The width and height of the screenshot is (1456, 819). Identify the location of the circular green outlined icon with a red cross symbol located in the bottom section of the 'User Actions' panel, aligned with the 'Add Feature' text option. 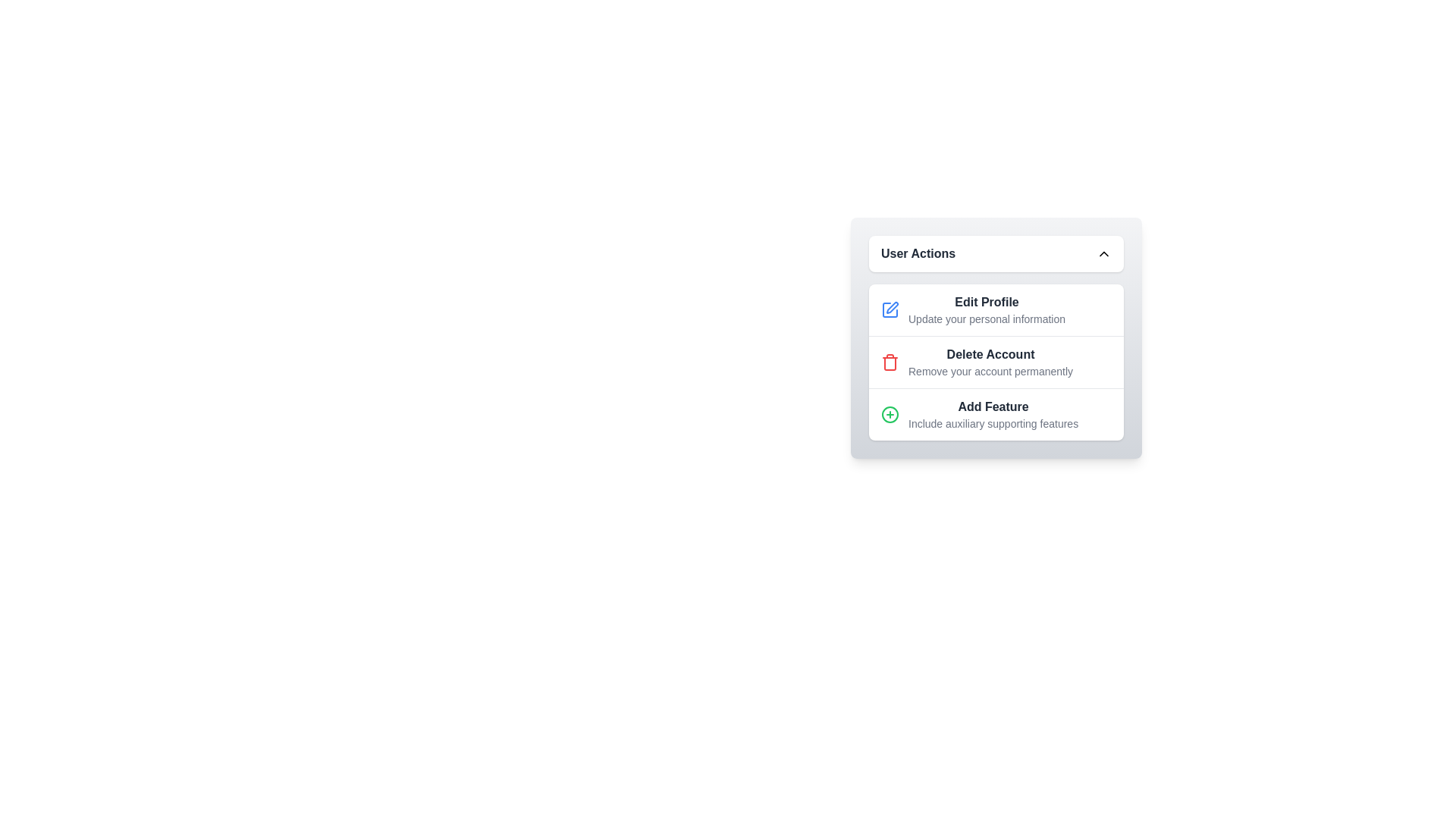
(890, 415).